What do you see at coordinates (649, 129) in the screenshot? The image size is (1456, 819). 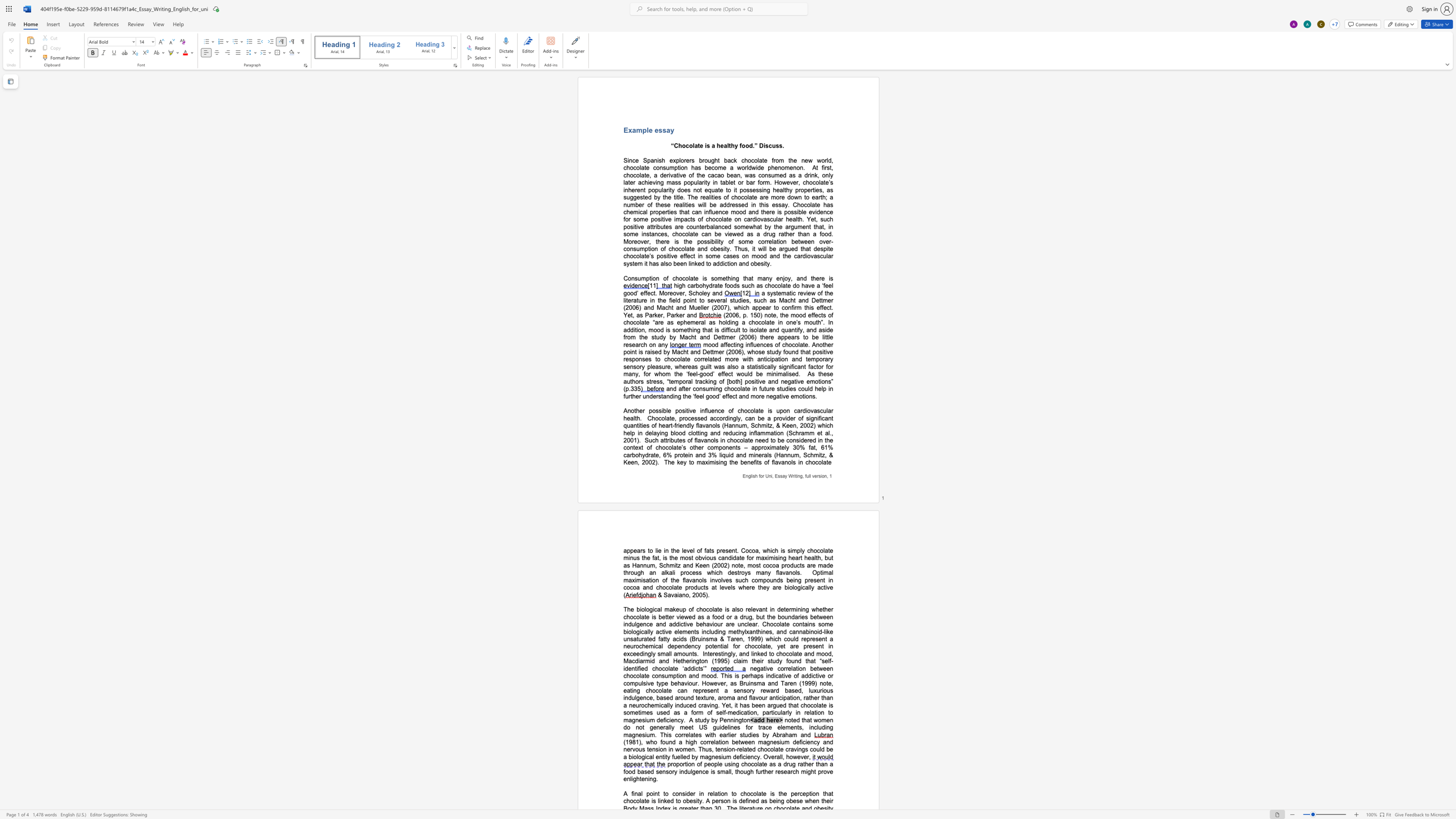 I see `the space between the continuous character "l" and "e" in the text` at bounding box center [649, 129].